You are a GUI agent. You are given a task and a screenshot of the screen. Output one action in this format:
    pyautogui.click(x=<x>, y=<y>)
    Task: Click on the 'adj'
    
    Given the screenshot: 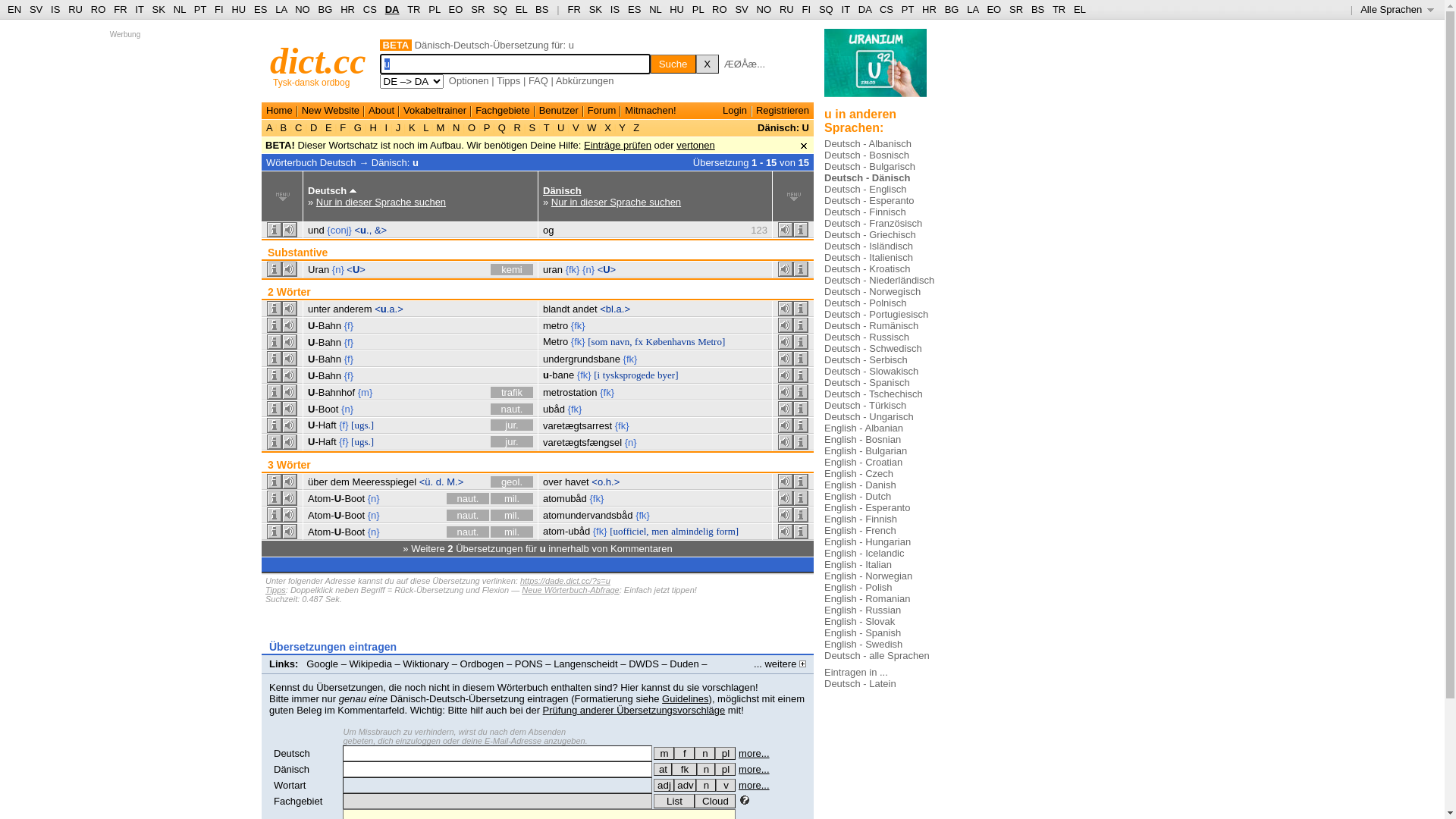 What is the action you would take?
    pyautogui.click(x=654, y=785)
    